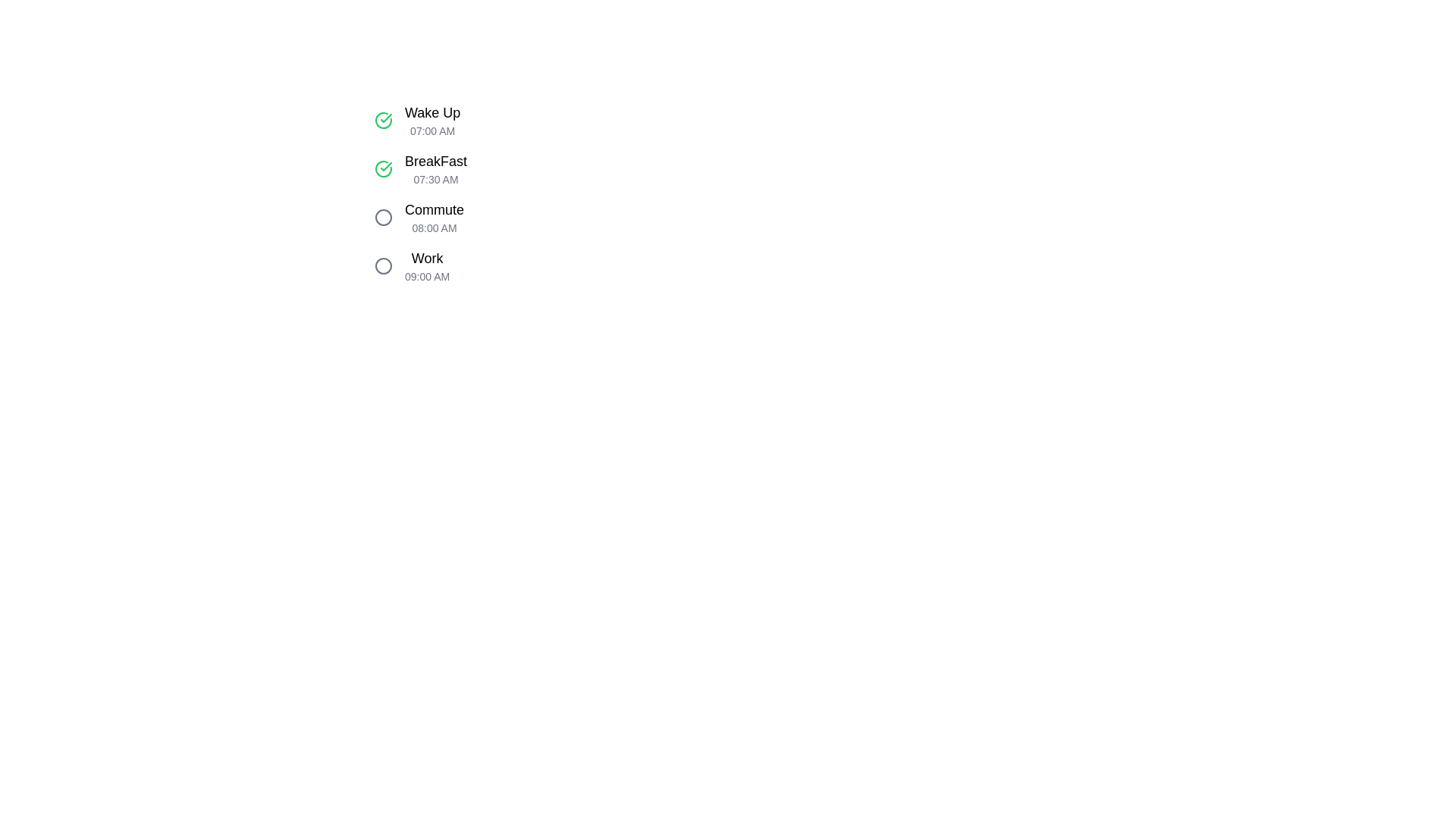  What do you see at coordinates (383, 119) in the screenshot?
I see `the first icon in the vertical list that indicates the completion status of 'Wake Up' at '07:00 AM' to mark it as incomplete` at bounding box center [383, 119].